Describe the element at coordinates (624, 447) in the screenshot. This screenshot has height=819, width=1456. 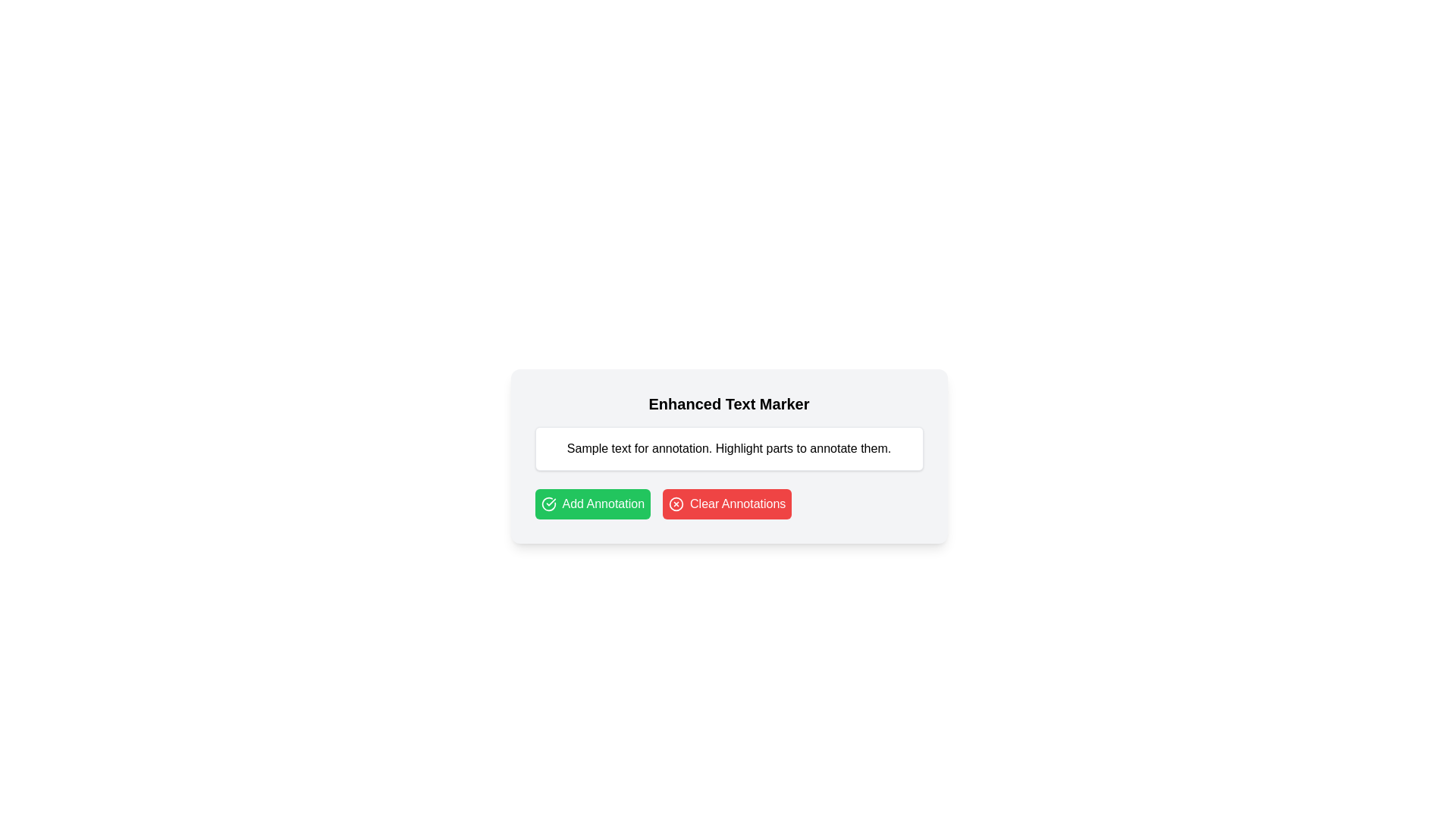
I see `the static text character 'x' in the sentence 'Sample text for annotation. Highlight parts to annotate them.'` at that location.